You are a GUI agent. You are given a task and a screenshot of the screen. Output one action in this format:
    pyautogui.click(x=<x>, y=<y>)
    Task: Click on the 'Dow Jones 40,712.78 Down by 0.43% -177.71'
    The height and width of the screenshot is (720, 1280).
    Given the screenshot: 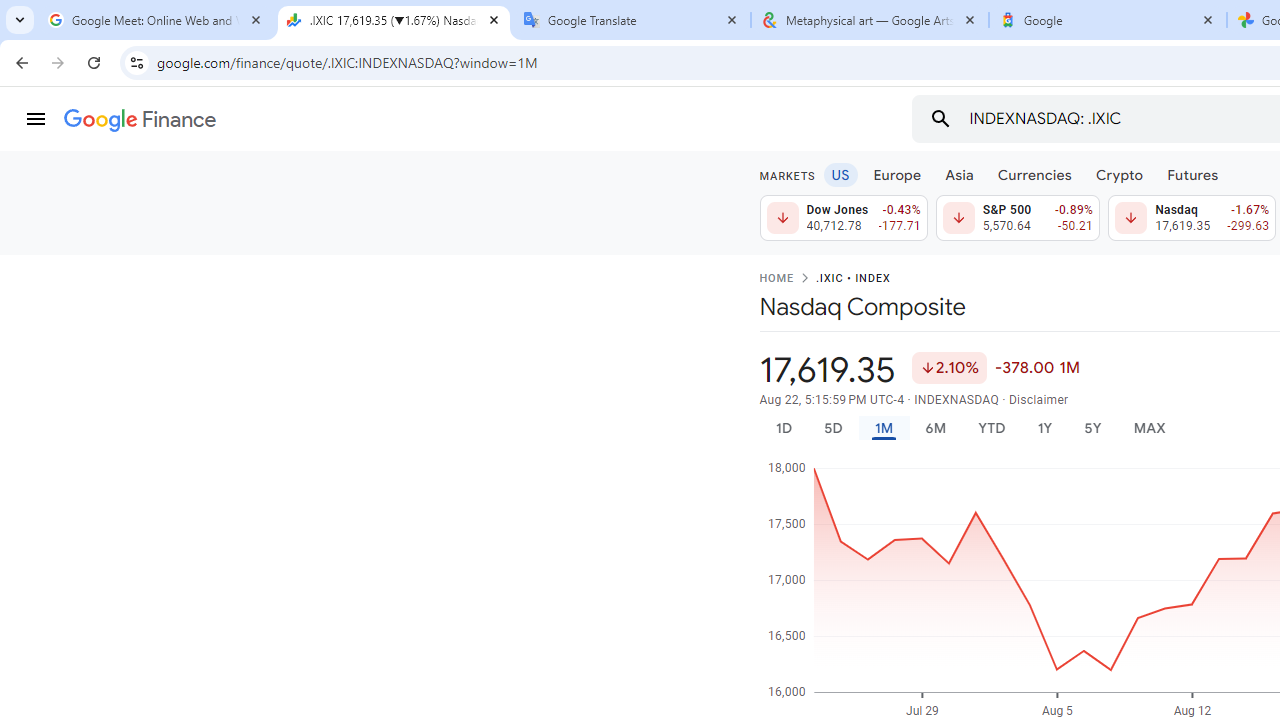 What is the action you would take?
    pyautogui.click(x=843, y=218)
    